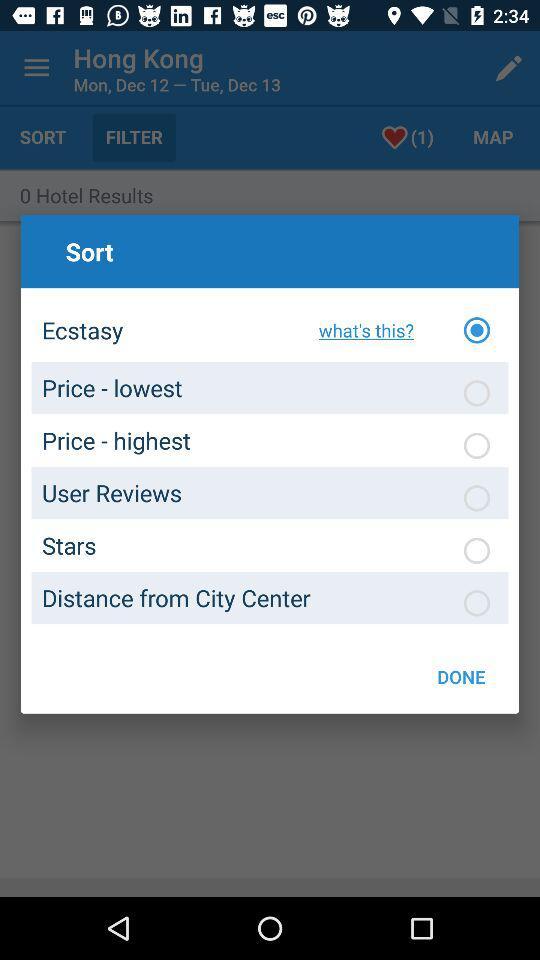 This screenshot has width=540, height=960. Describe the element at coordinates (475, 392) in the screenshot. I see `option` at that location.